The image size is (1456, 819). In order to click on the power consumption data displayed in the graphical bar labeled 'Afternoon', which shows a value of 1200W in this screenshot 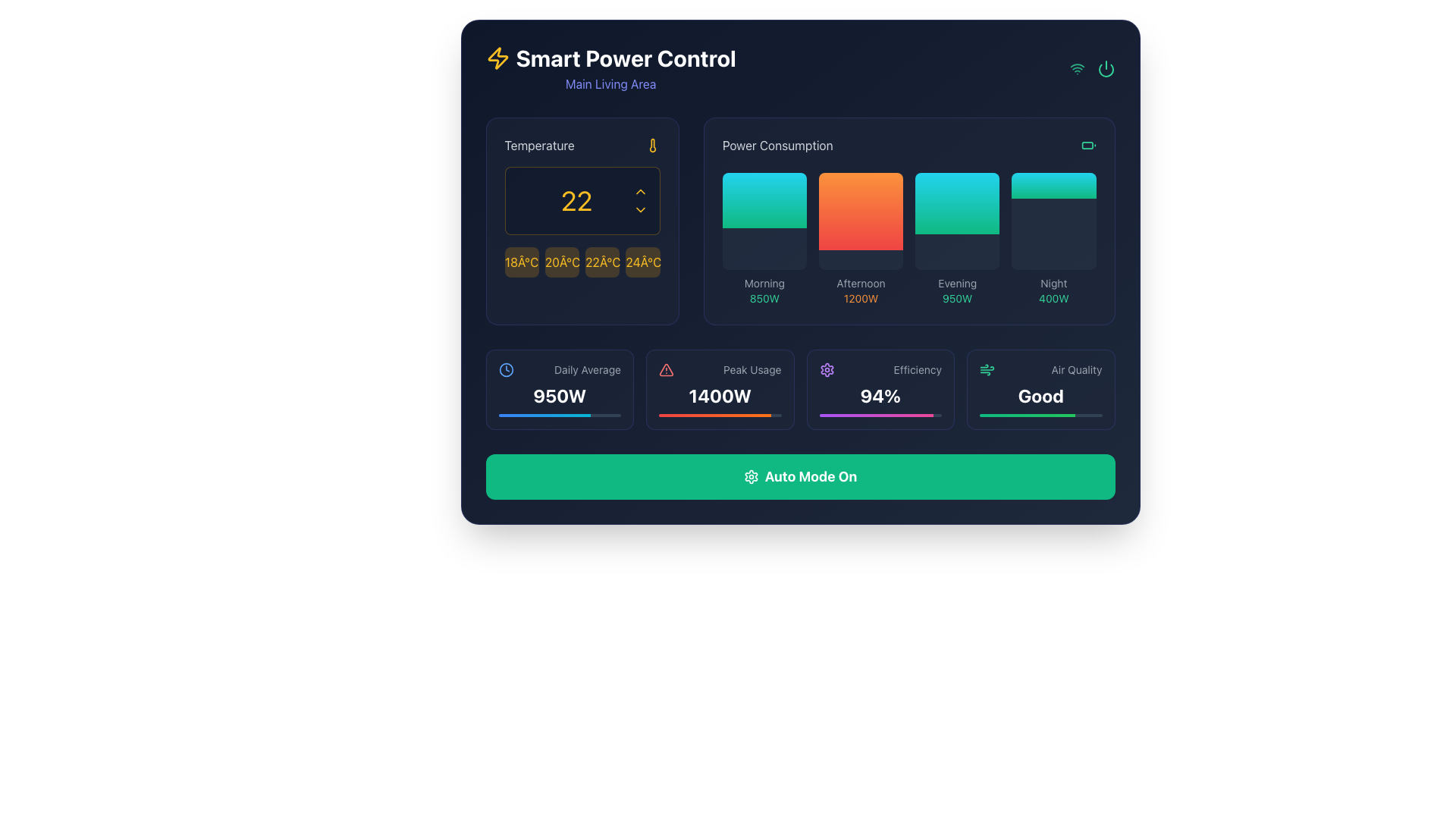, I will do `click(909, 239)`.